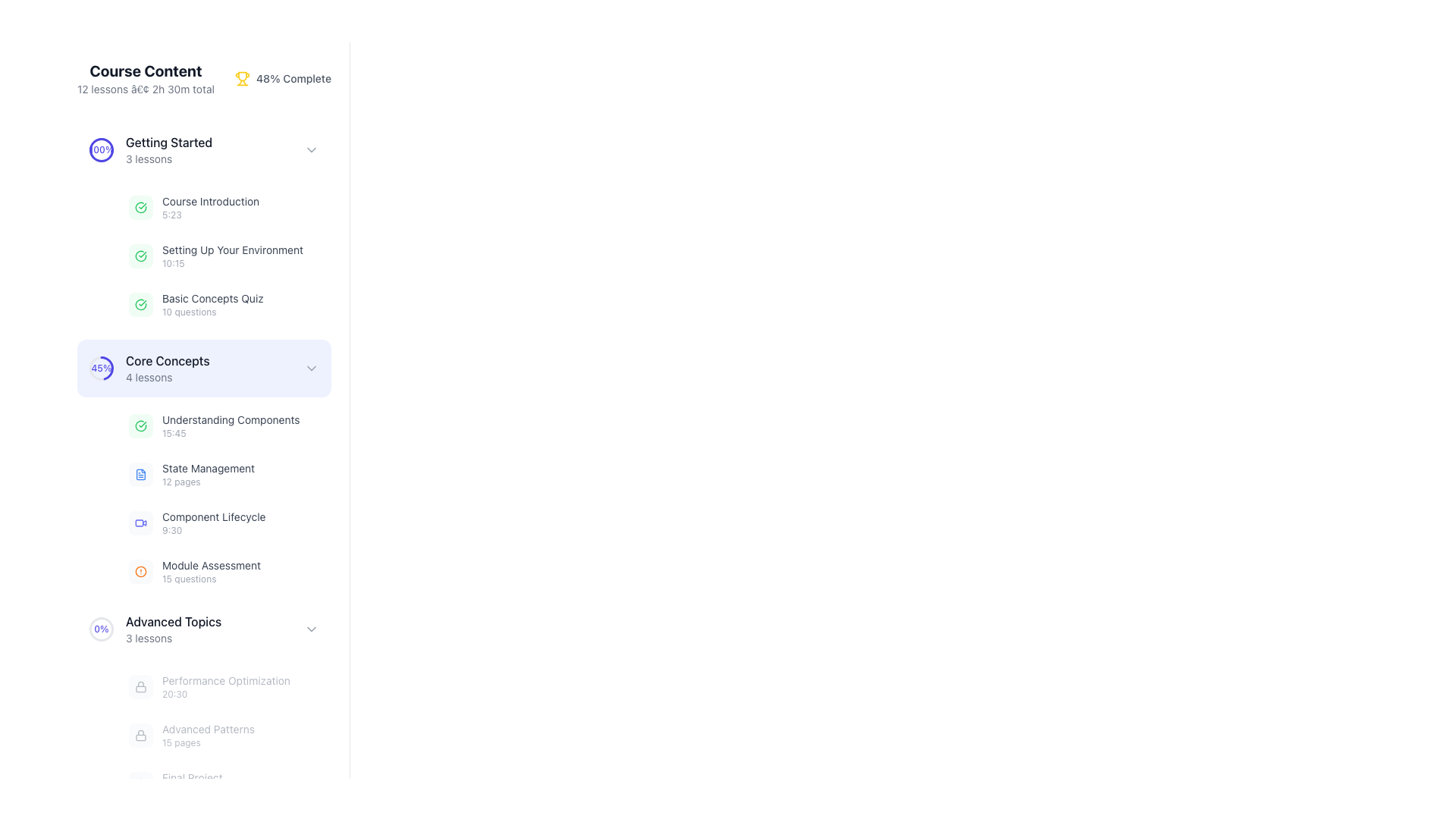 The height and width of the screenshot is (819, 1456). Describe the element at coordinates (207, 734) in the screenshot. I see `text content of the 'Advanced Patterns' informational descriptor located in the lower part of the left sidebar` at that location.